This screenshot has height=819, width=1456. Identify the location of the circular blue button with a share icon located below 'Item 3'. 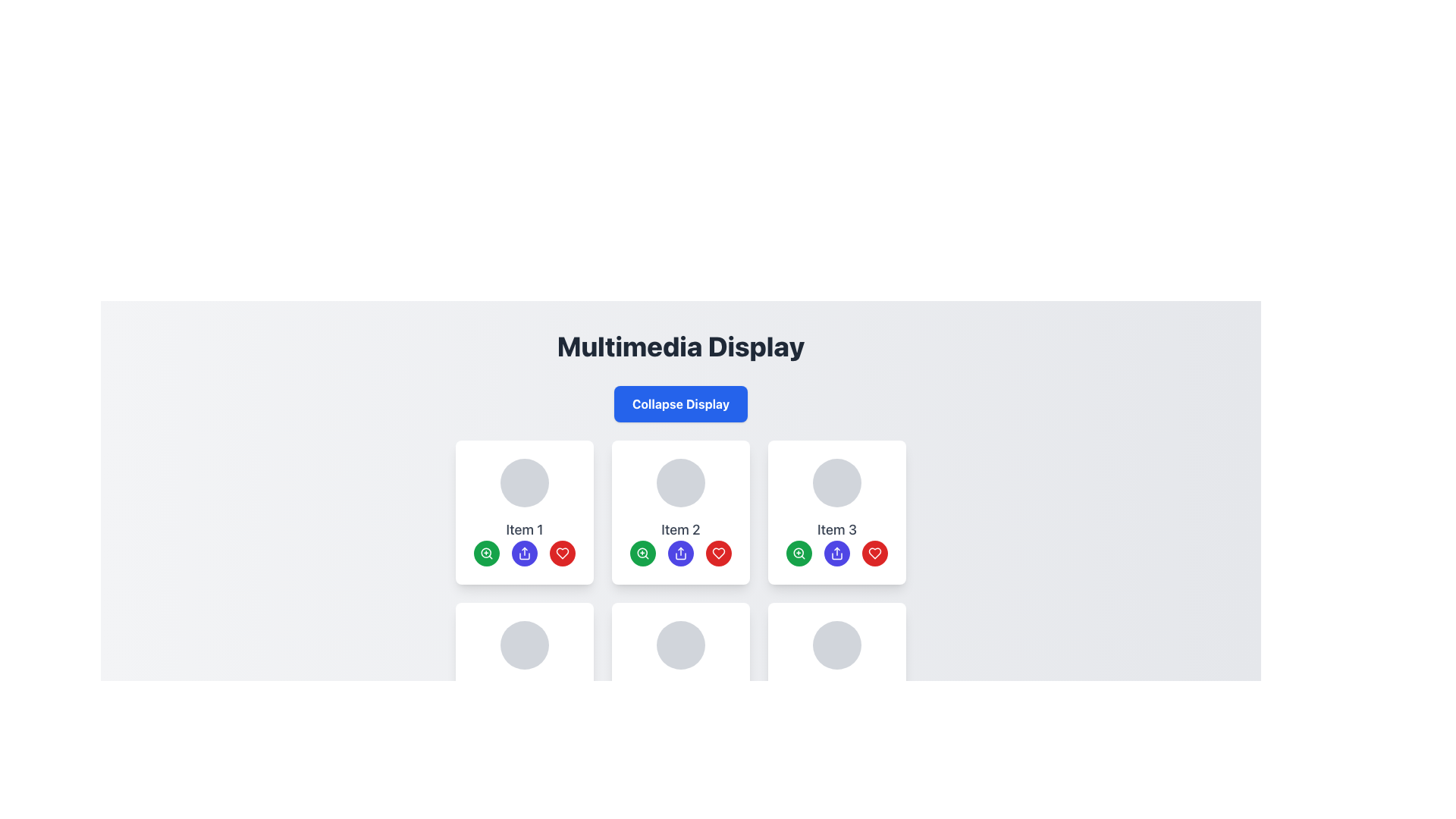
(836, 553).